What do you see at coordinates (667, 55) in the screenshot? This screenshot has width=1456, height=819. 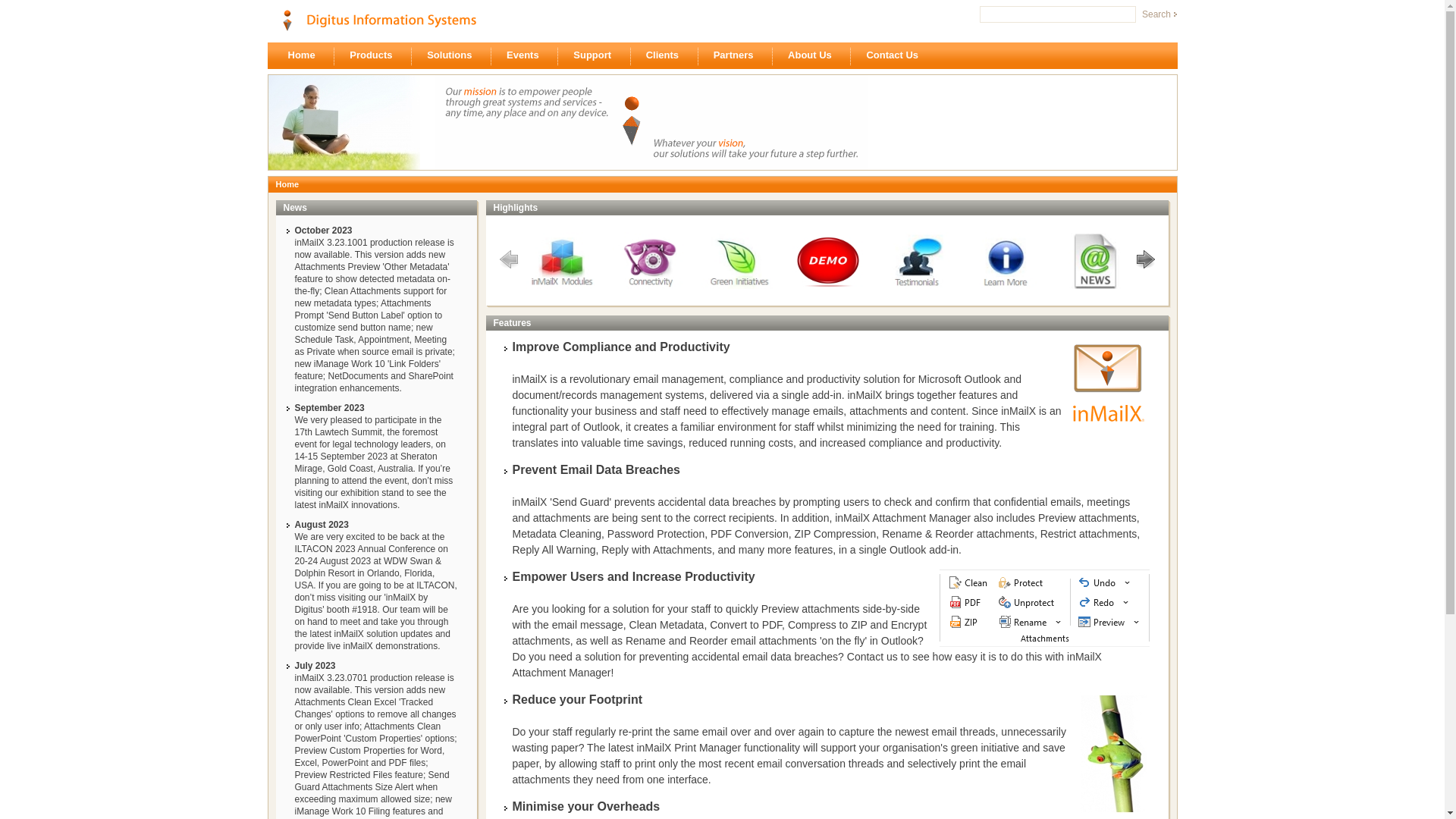 I see `'Clients'` at bounding box center [667, 55].